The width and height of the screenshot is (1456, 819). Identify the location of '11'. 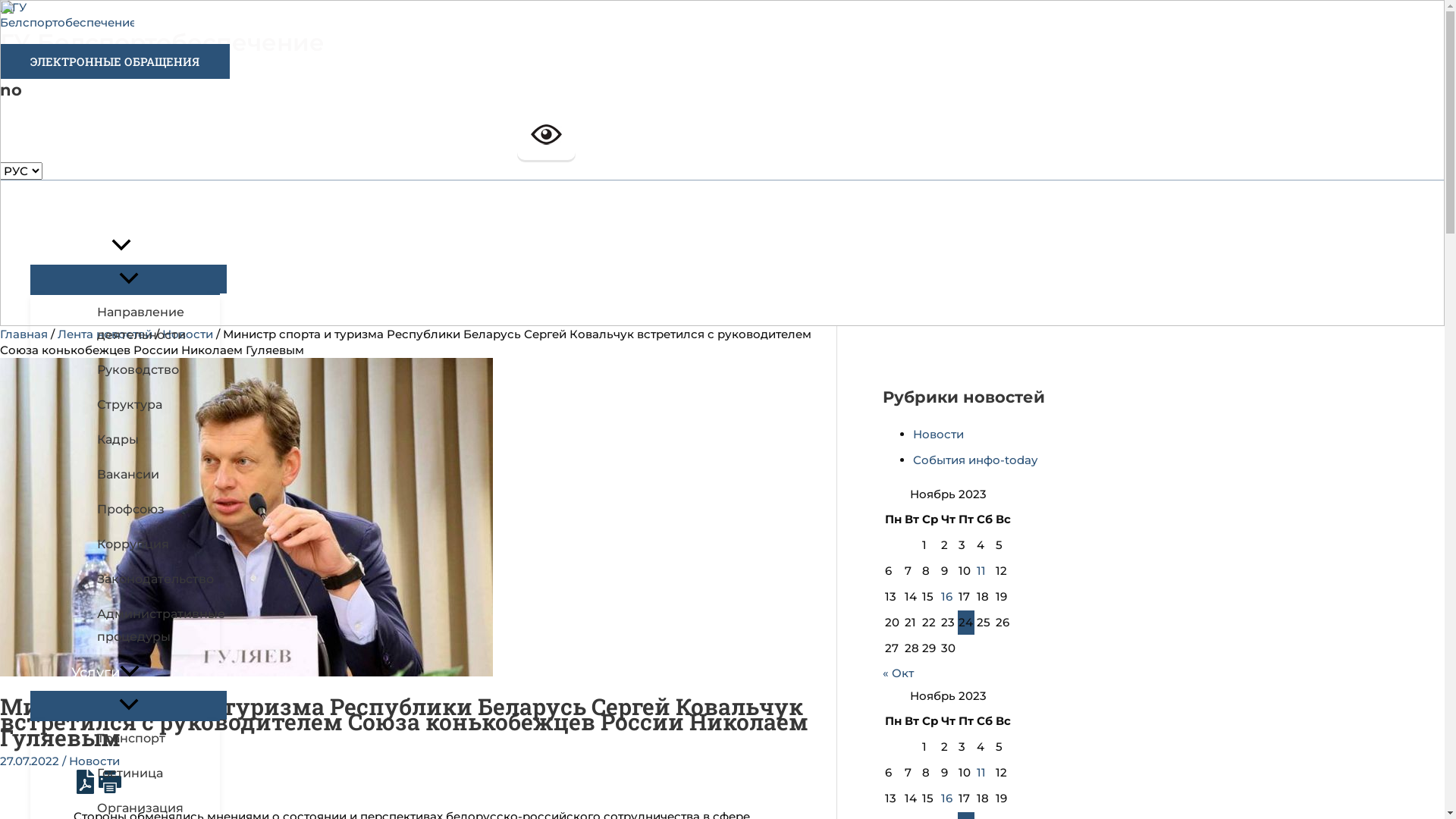
(981, 772).